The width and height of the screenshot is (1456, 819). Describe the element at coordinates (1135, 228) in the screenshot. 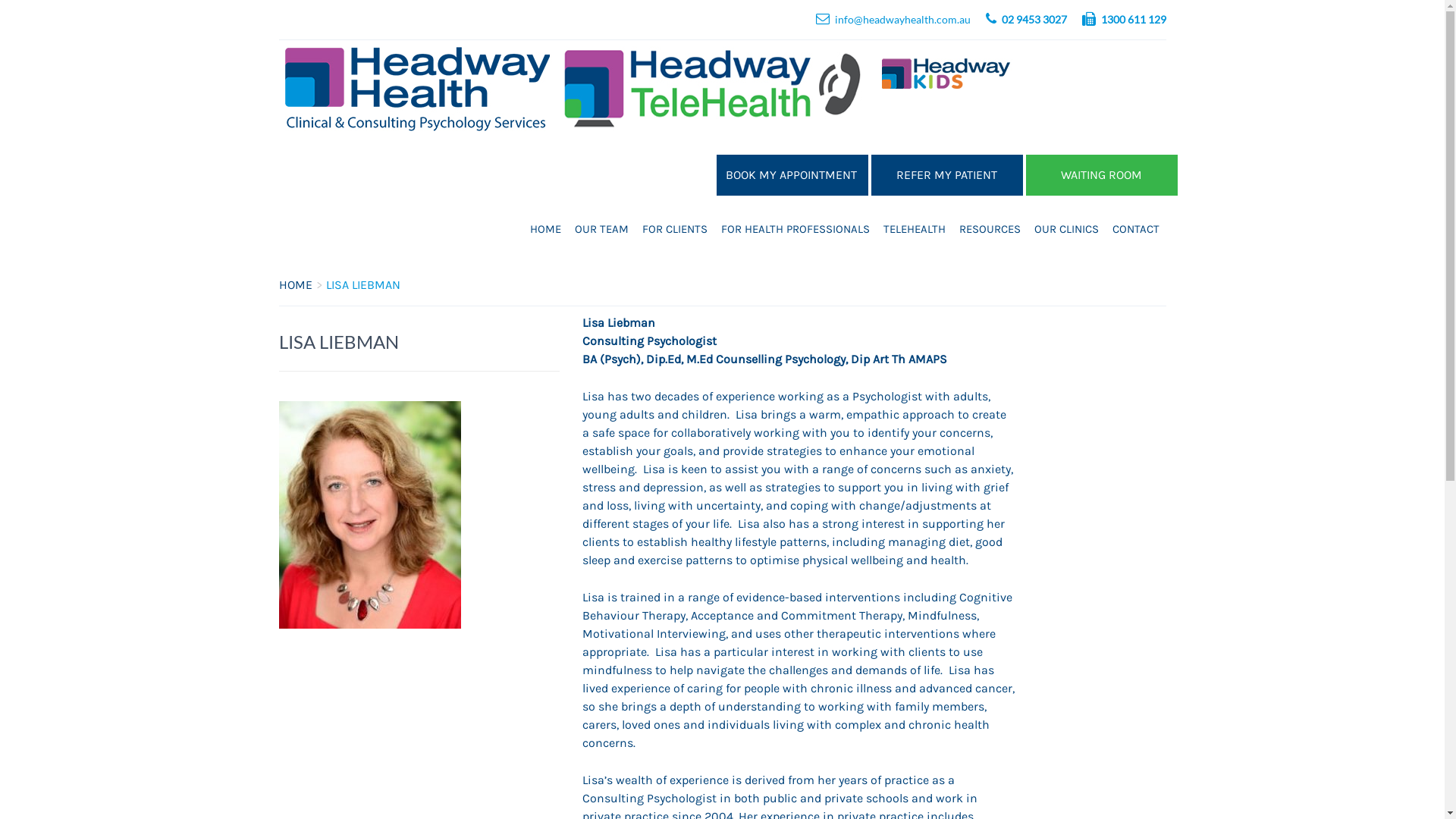

I see `'CONTACT'` at that location.